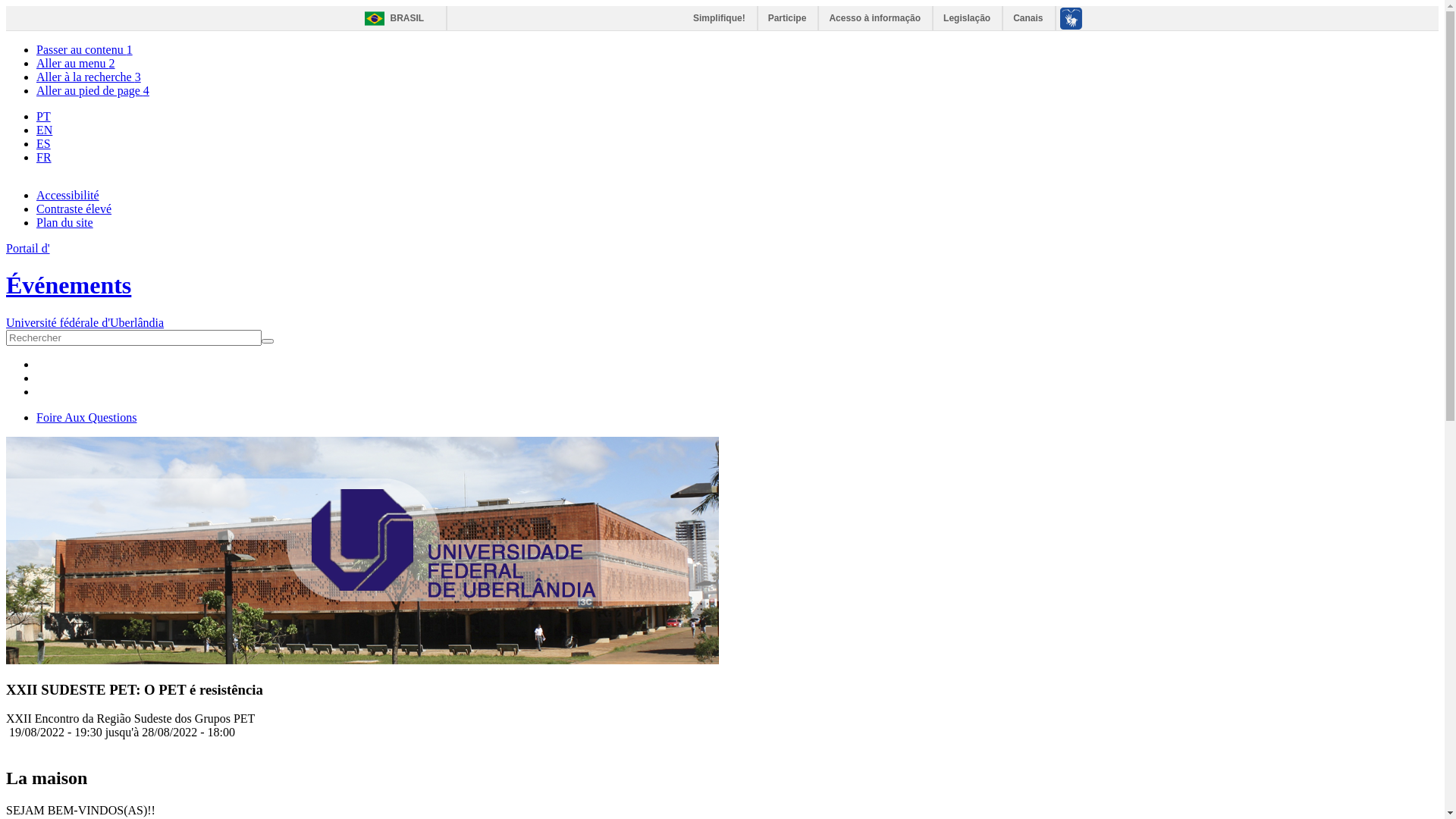 This screenshot has height=819, width=1456. Describe the element at coordinates (86, 417) in the screenshot. I see `'Foire Aux Questions'` at that location.